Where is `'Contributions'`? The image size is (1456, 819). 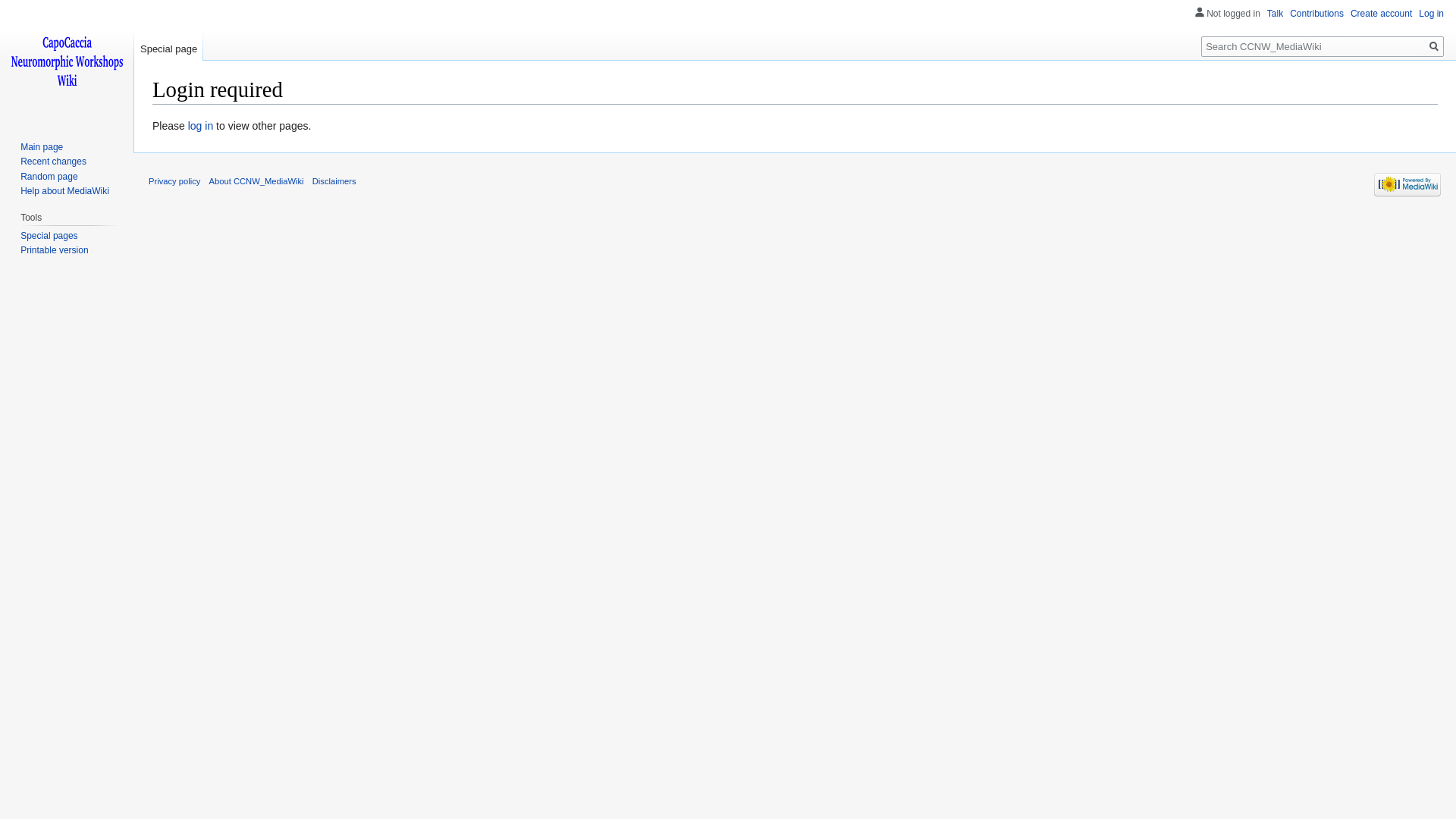
'Contributions' is located at coordinates (1316, 14).